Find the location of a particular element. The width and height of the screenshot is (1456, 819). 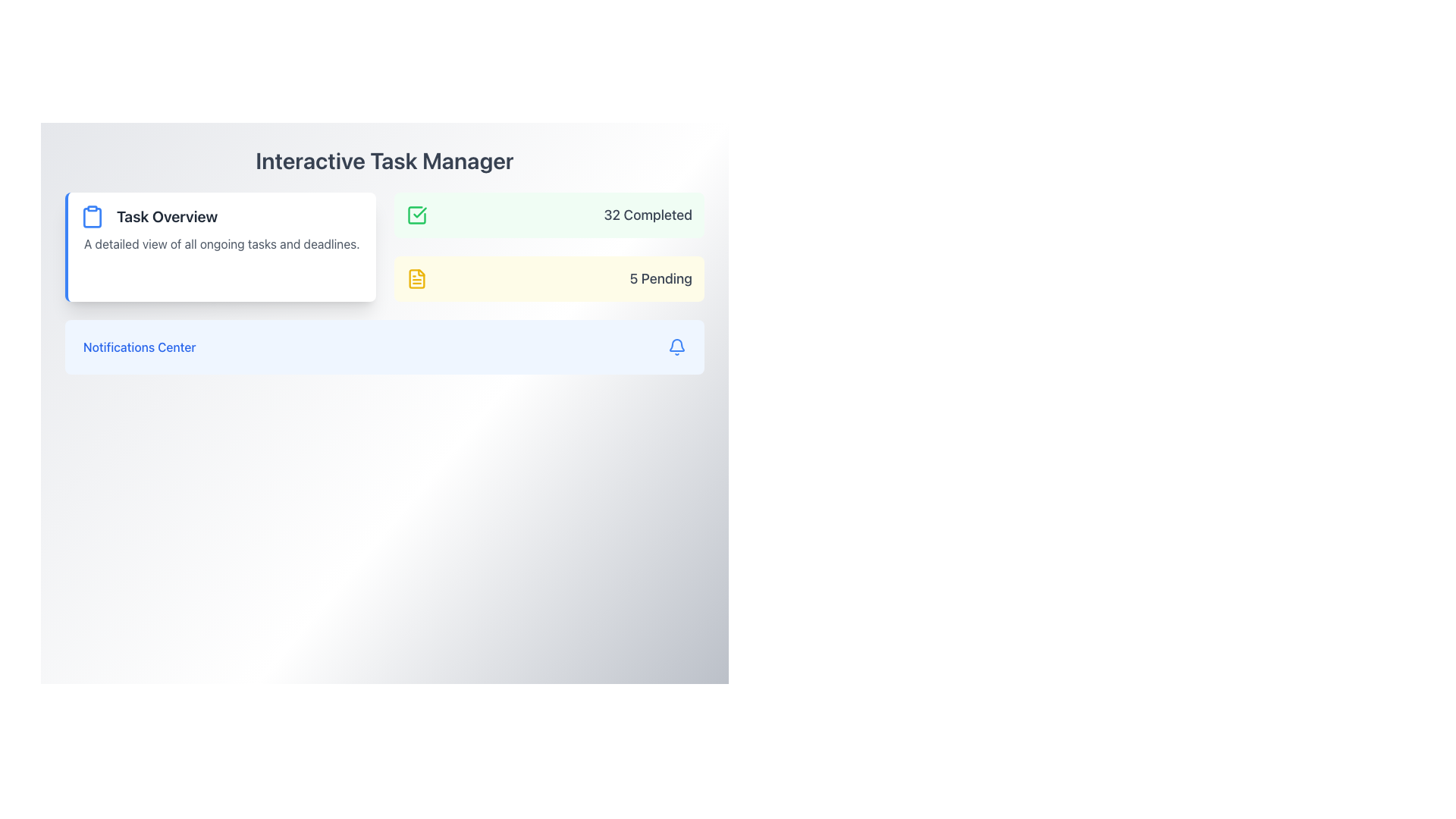

the green outlined square icon with rounded corners containing a checkmark, which is positioned to the left of the '32 Completed' label is located at coordinates (416, 215).